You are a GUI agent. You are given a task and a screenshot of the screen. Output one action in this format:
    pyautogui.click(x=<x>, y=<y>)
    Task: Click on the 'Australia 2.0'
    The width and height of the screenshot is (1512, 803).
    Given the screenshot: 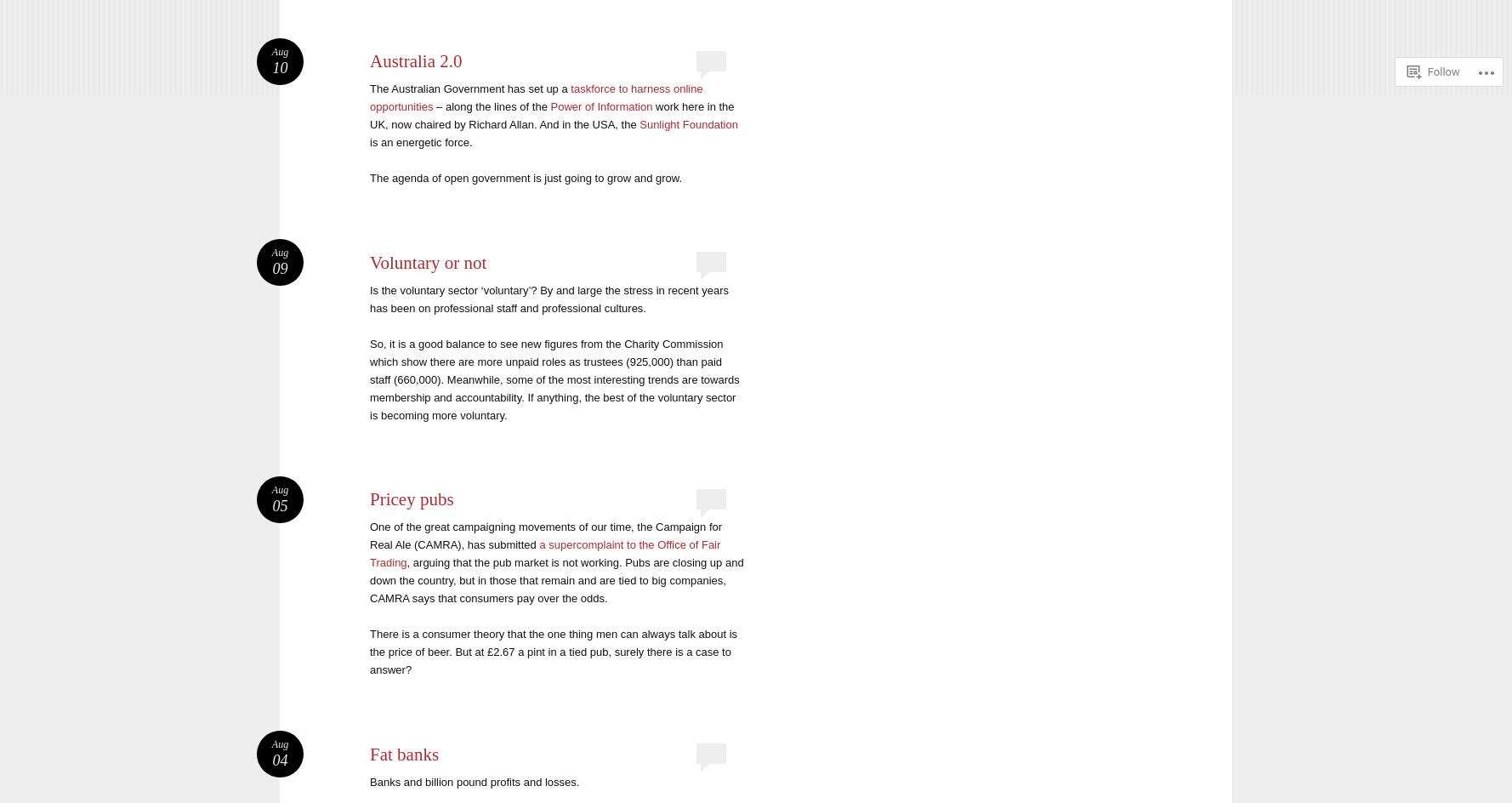 What is the action you would take?
    pyautogui.click(x=370, y=60)
    